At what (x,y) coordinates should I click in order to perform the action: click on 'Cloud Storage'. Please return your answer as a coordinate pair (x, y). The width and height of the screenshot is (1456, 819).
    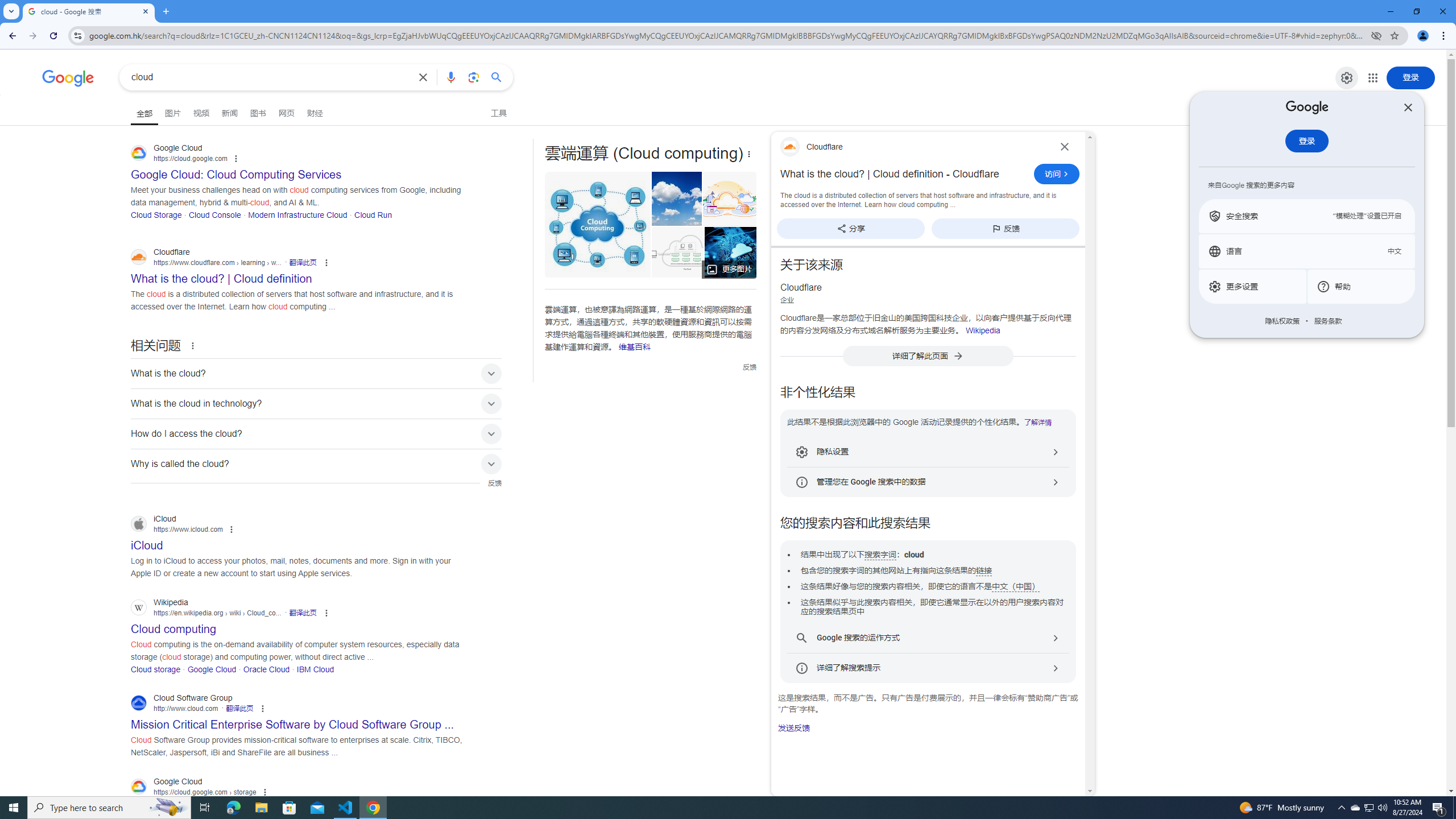
    Looking at the image, I should click on (156, 214).